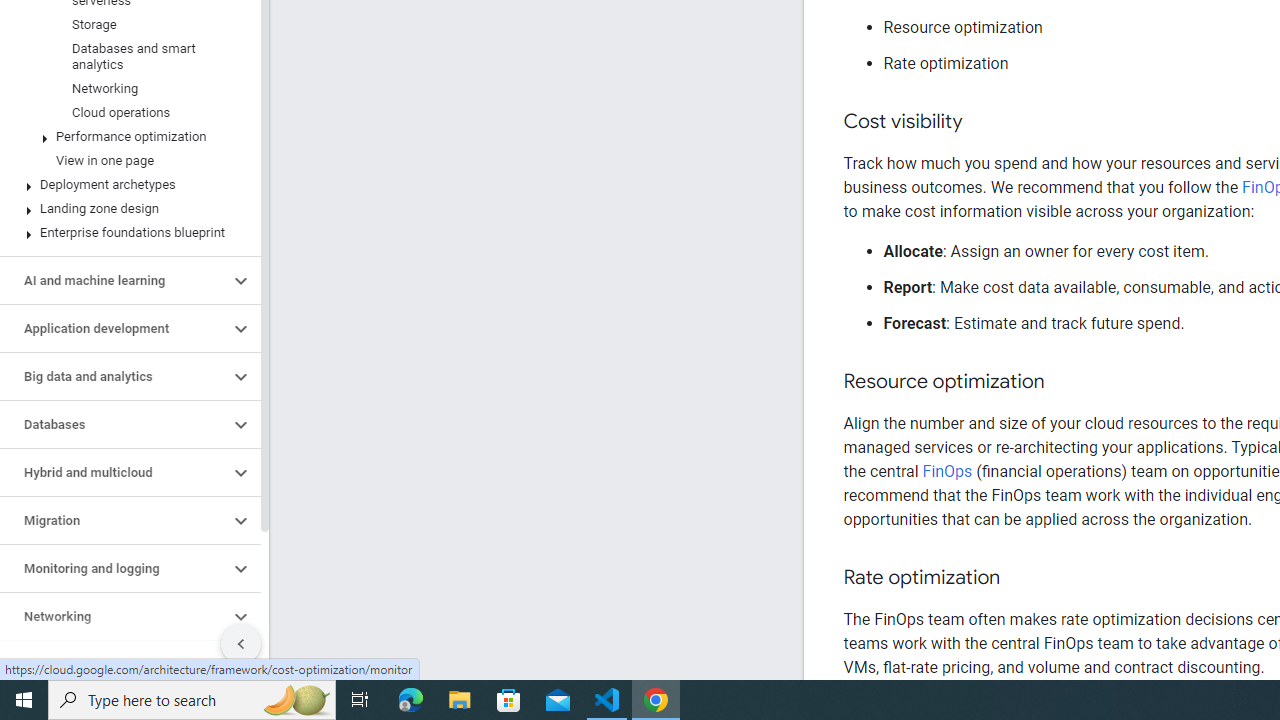 This screenshot has height=720, width=1280. I want to click on 'Copy link to this section: Cost visibility', so click(983, 122).